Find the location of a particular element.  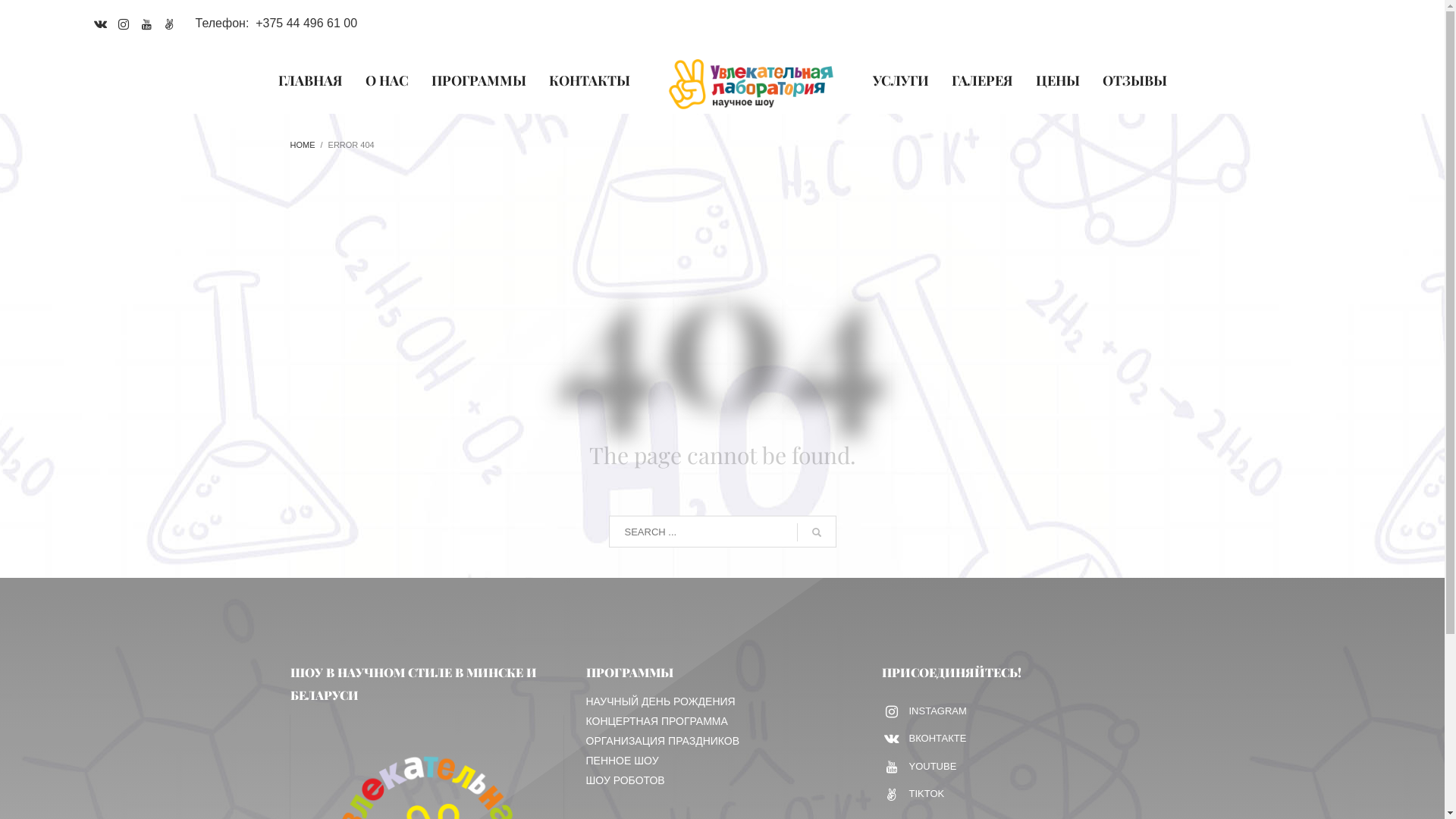

'TIKTOK' is located at coordinates (924, 793).